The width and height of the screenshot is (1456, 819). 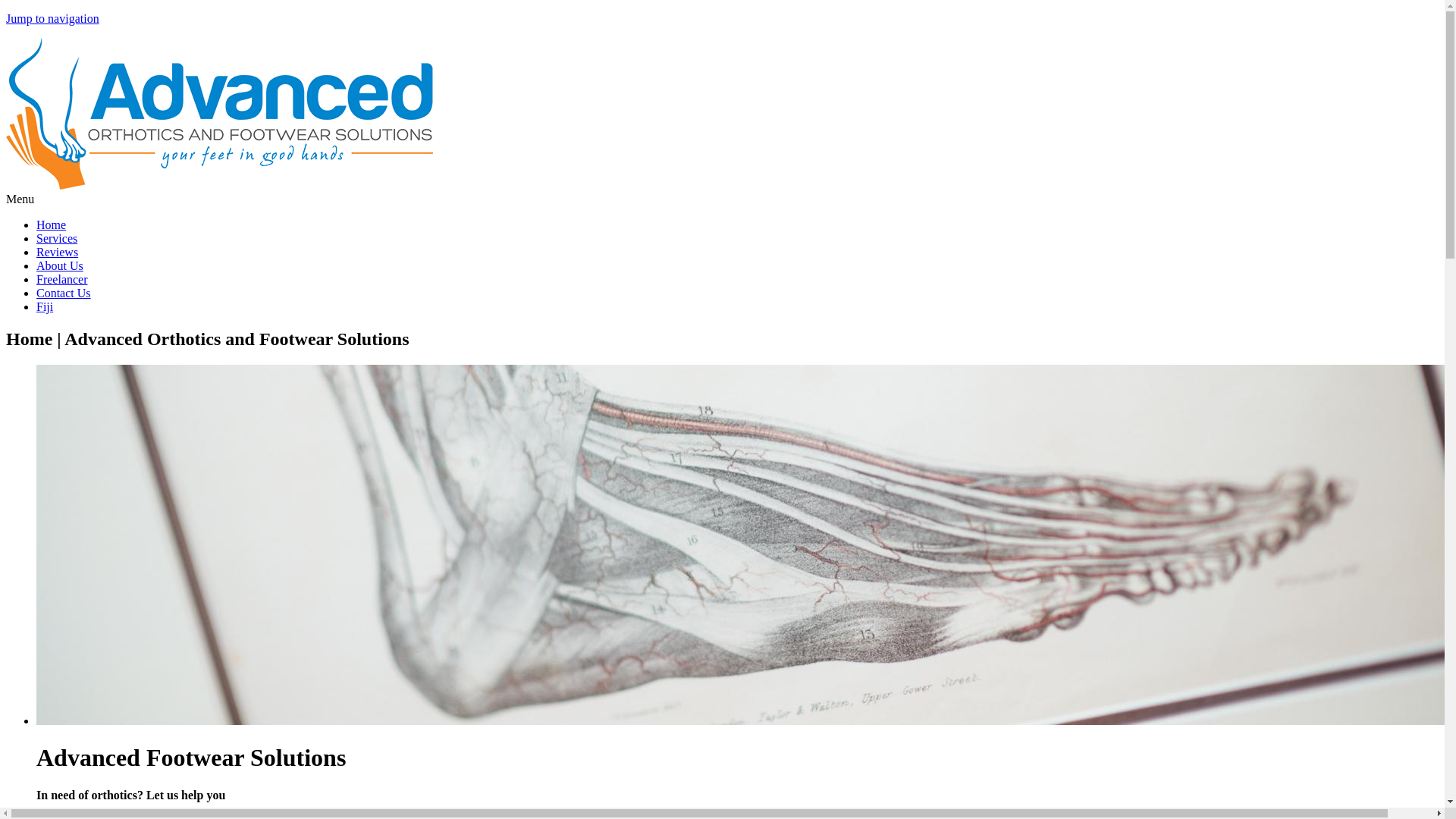 I want to click on 'Home', so click(x=51, y=224).